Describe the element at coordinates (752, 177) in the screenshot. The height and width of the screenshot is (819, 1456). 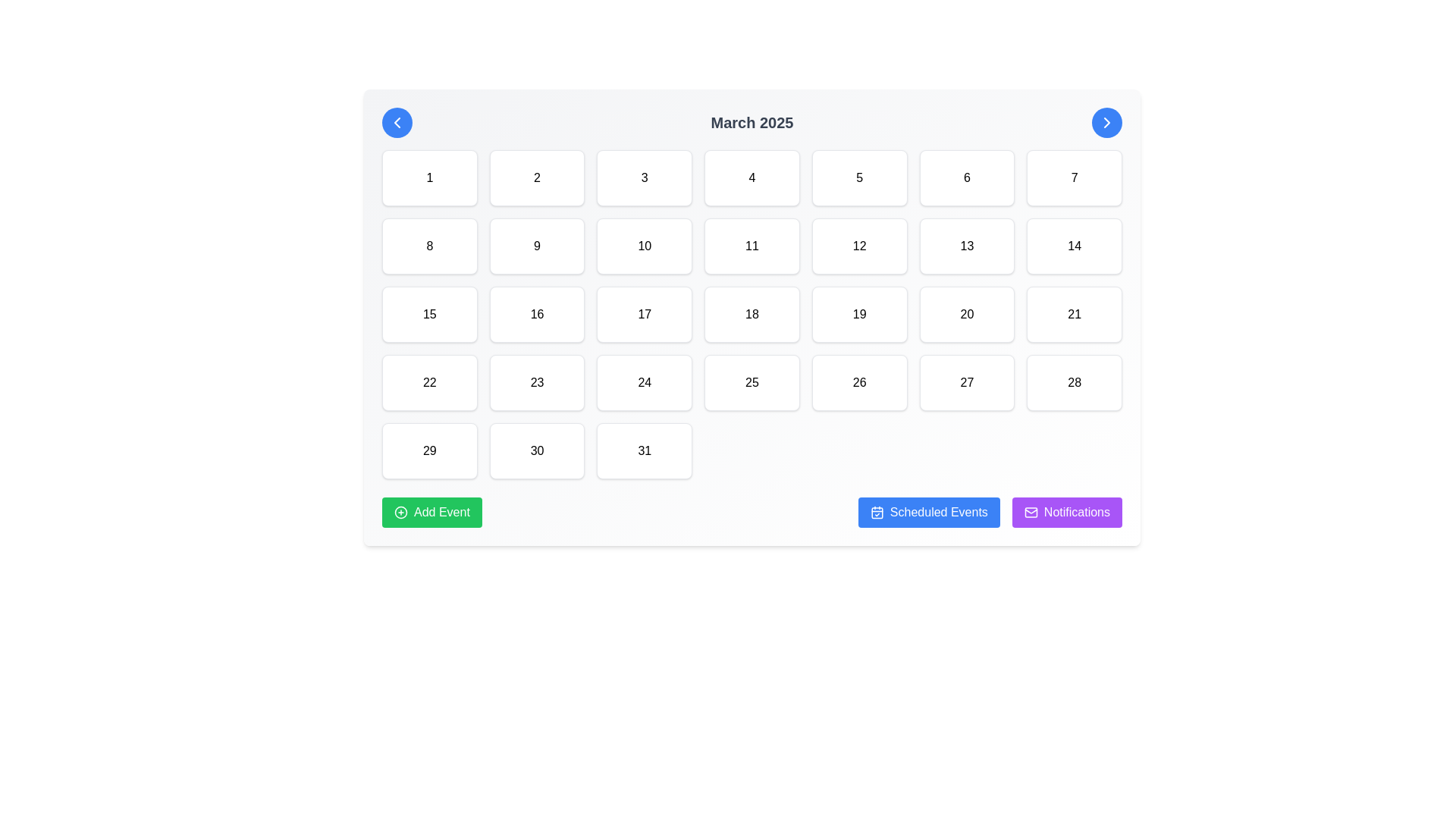
I see `the calendar day button located in the fourth column of the top row in a 7-column grid layout` at that location.